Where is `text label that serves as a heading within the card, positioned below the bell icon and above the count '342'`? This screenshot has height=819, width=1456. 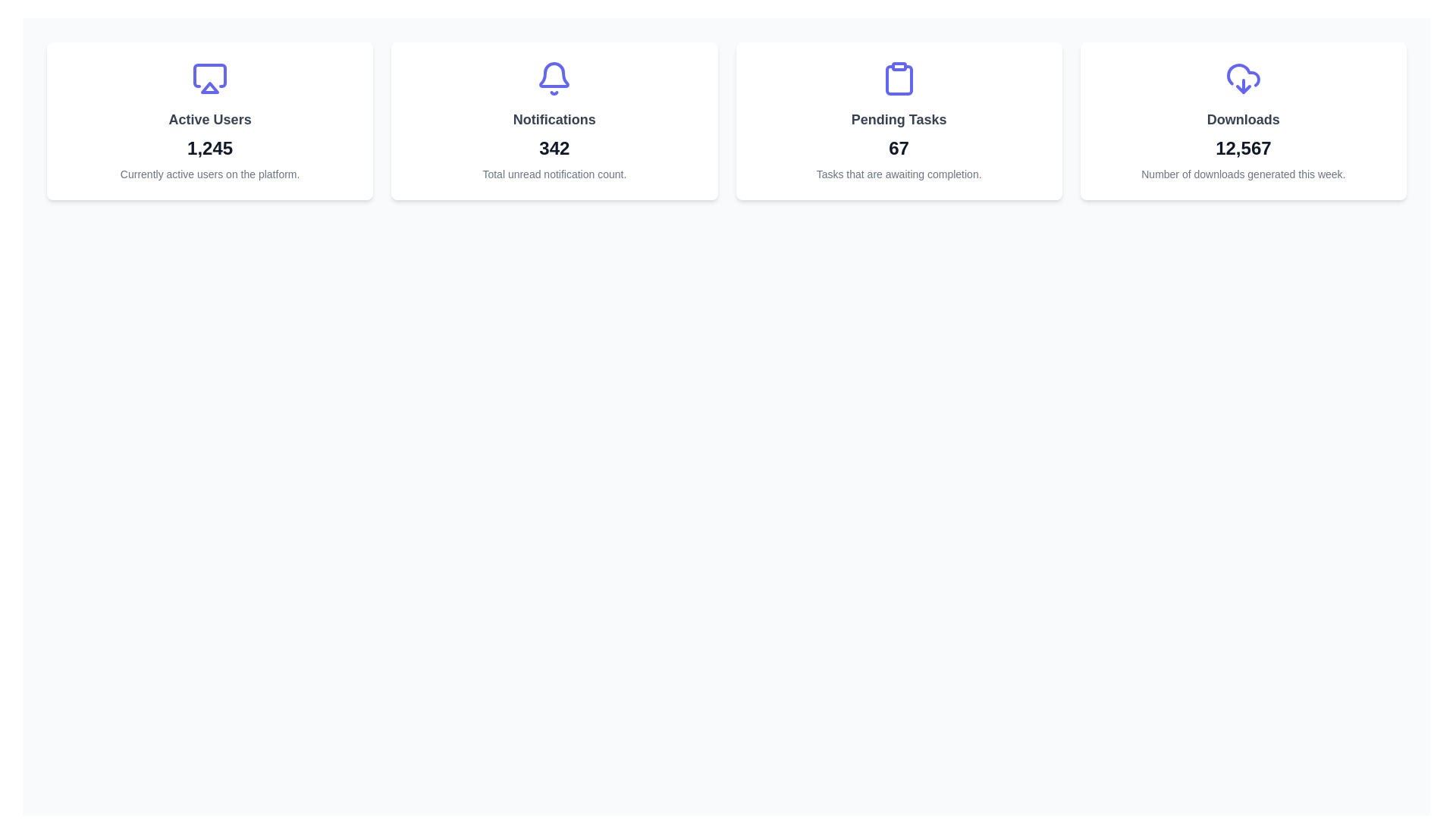 text label that serves as a heading within the card, positioned below the bell icon and above the count '342' is located at coordinates (554, 119).